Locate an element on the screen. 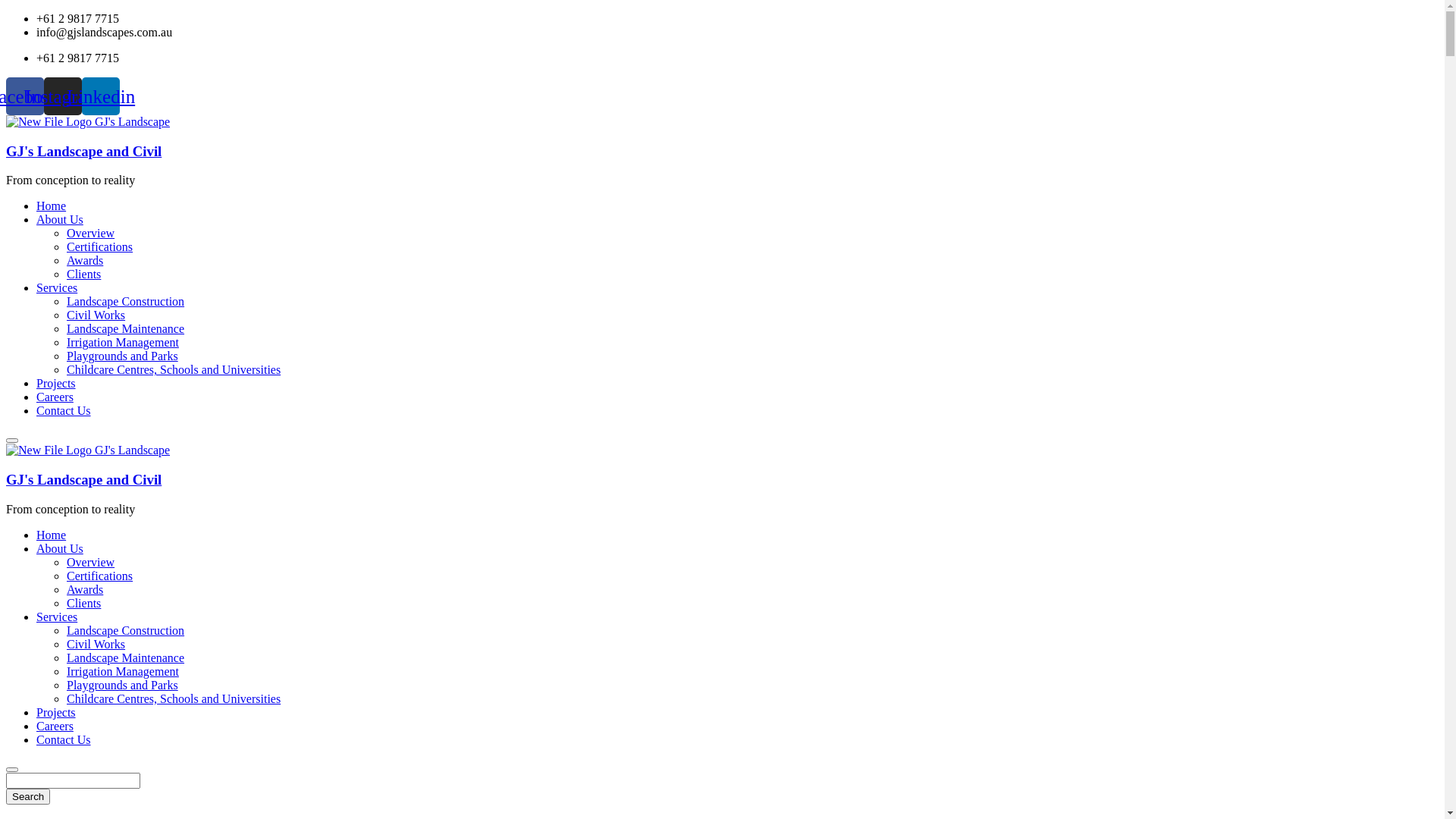  'GJ's Landscape and Civil' is located at coordinates (83, 479).